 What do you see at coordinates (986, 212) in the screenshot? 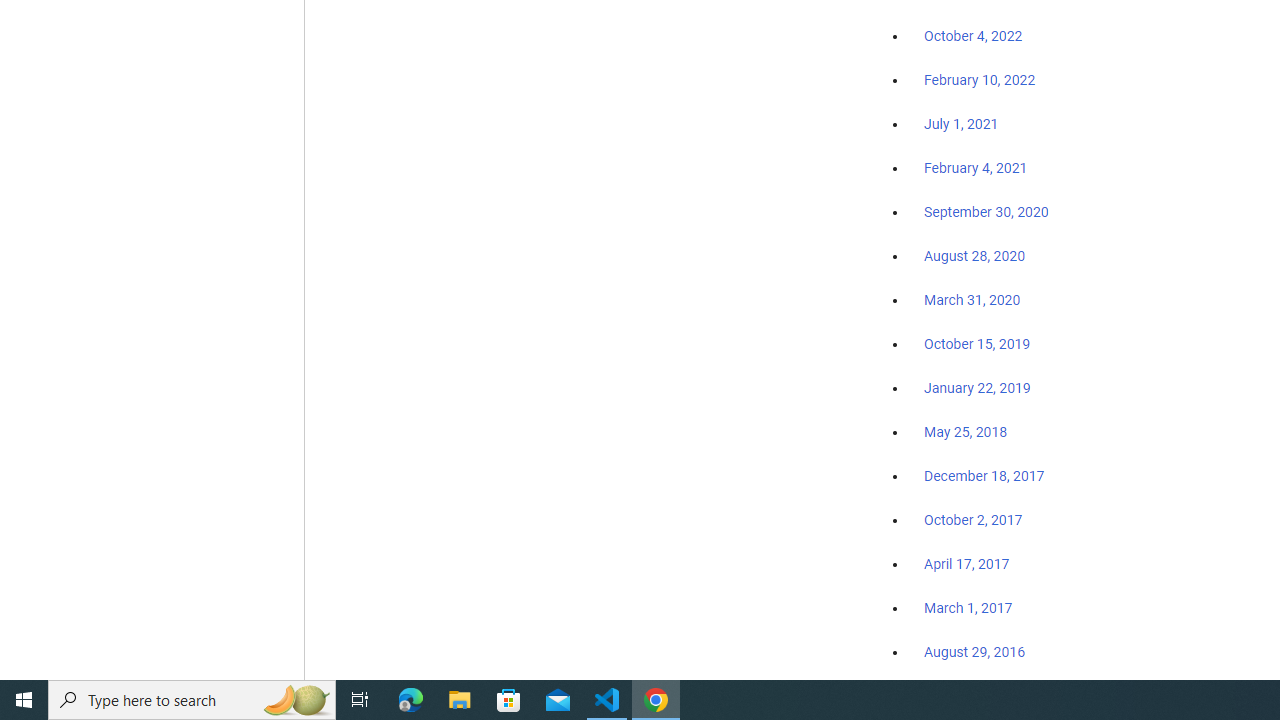
I see `'September 30, 2020'` at bounding box center [986, 212].